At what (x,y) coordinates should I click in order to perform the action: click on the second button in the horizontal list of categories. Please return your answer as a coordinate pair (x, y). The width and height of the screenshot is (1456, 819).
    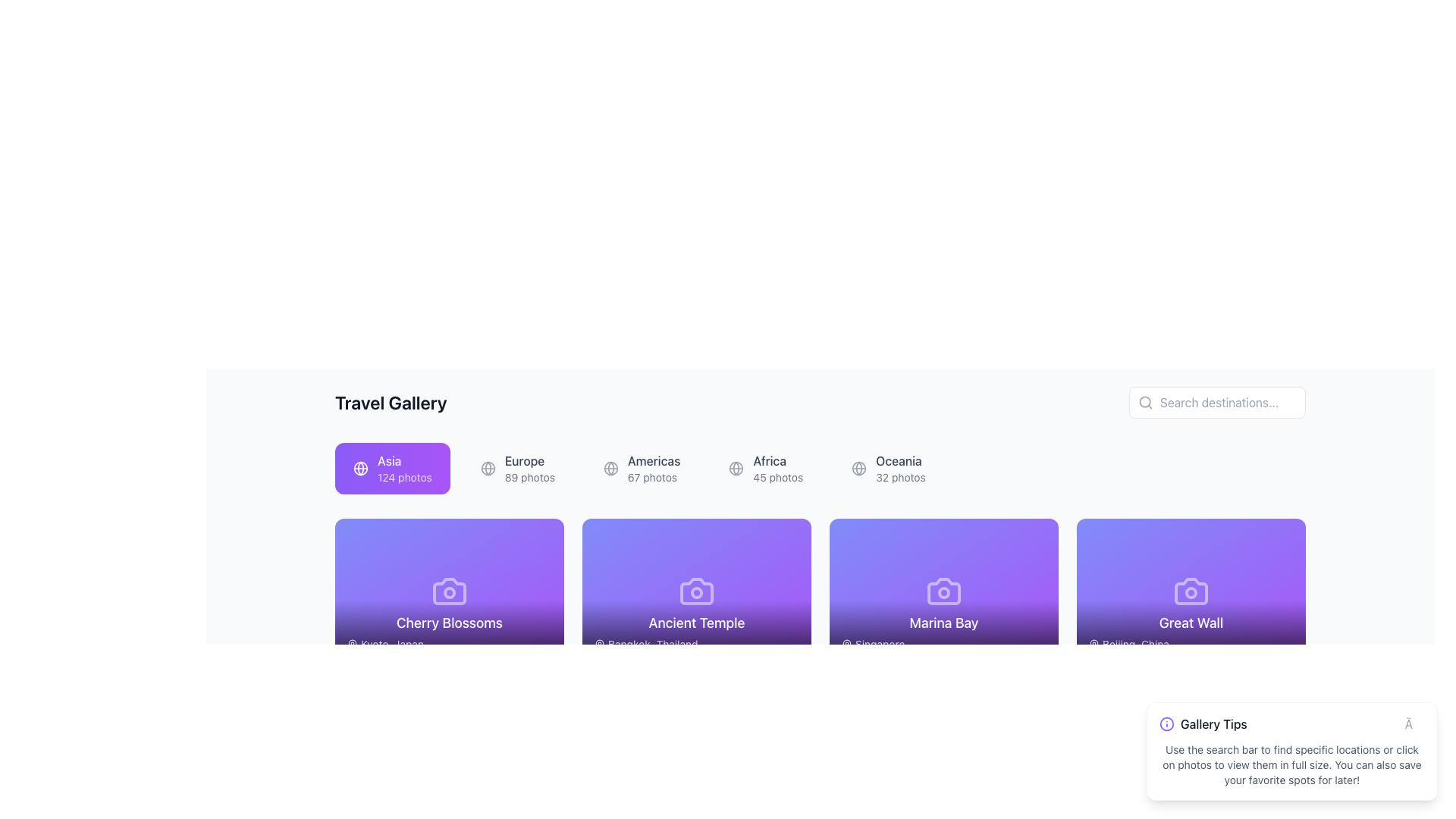
    Looking at the image, I should click on (517, 467).